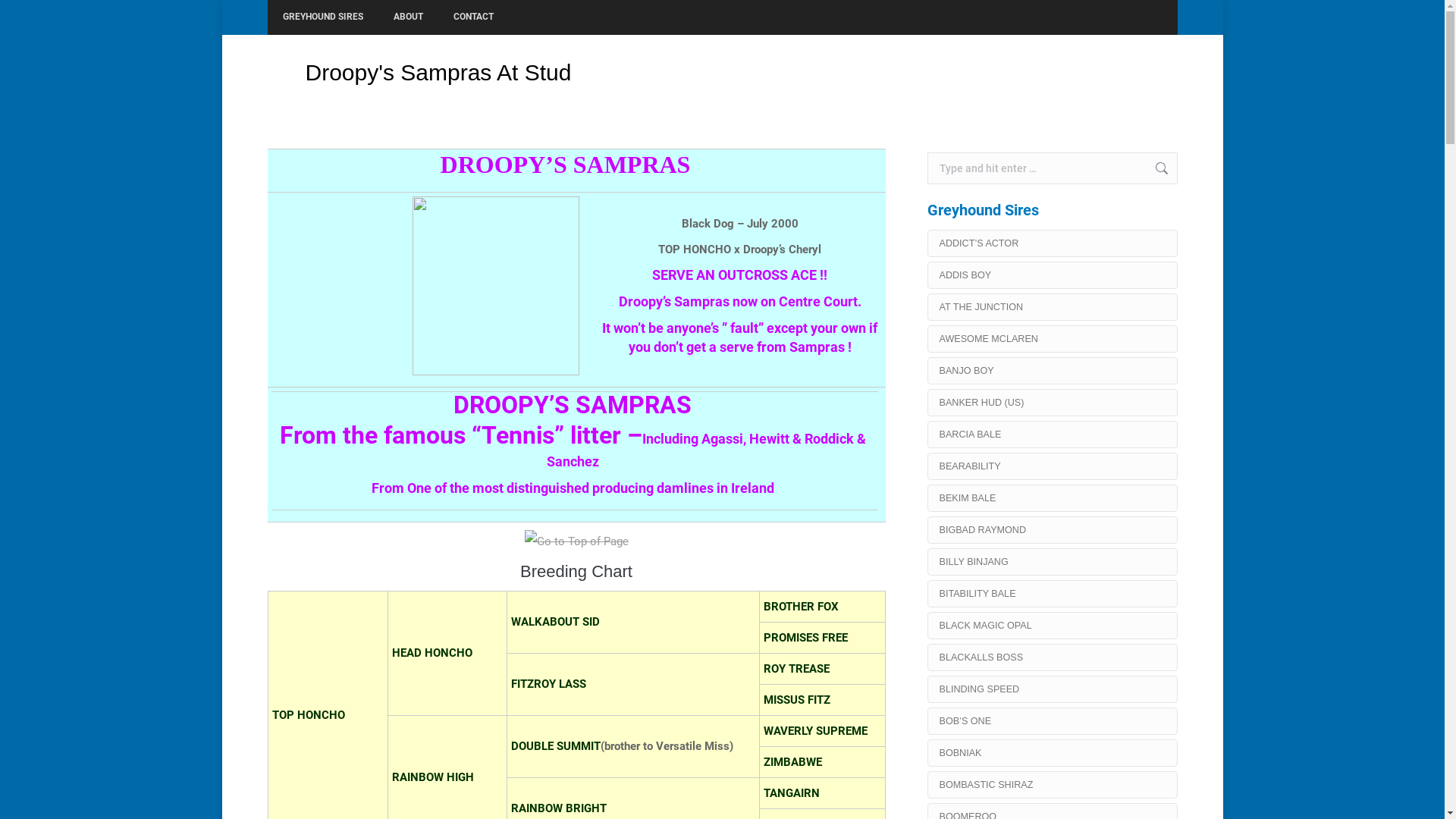 Image resolution: width=1456 pixels, height=819 pixels. I want to click on 'BIGBAD RAYMOND', so click(1051, 529).